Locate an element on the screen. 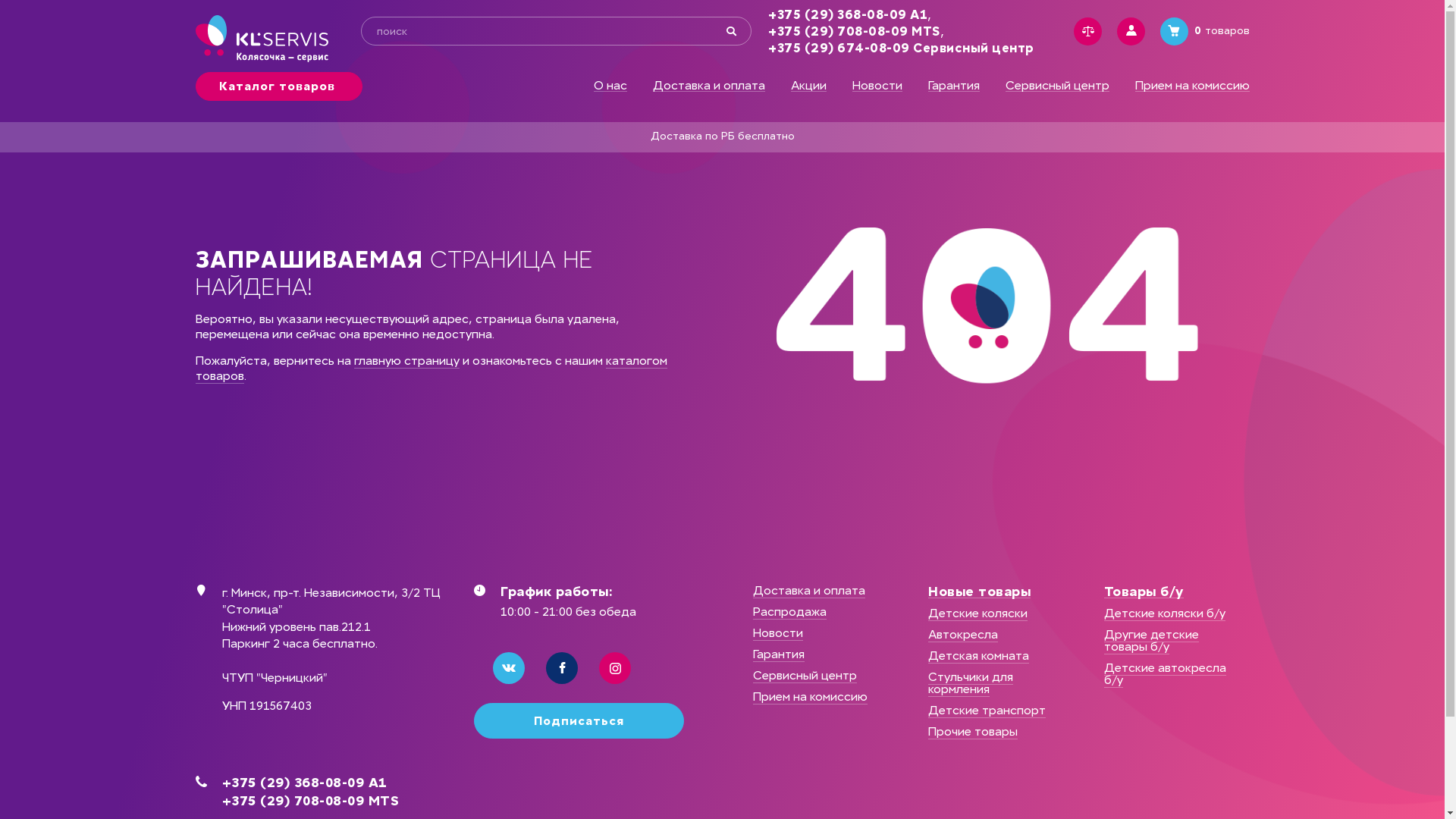  '+375 (29) 708-08-09 MTS' is located at coordinates (331, 800).